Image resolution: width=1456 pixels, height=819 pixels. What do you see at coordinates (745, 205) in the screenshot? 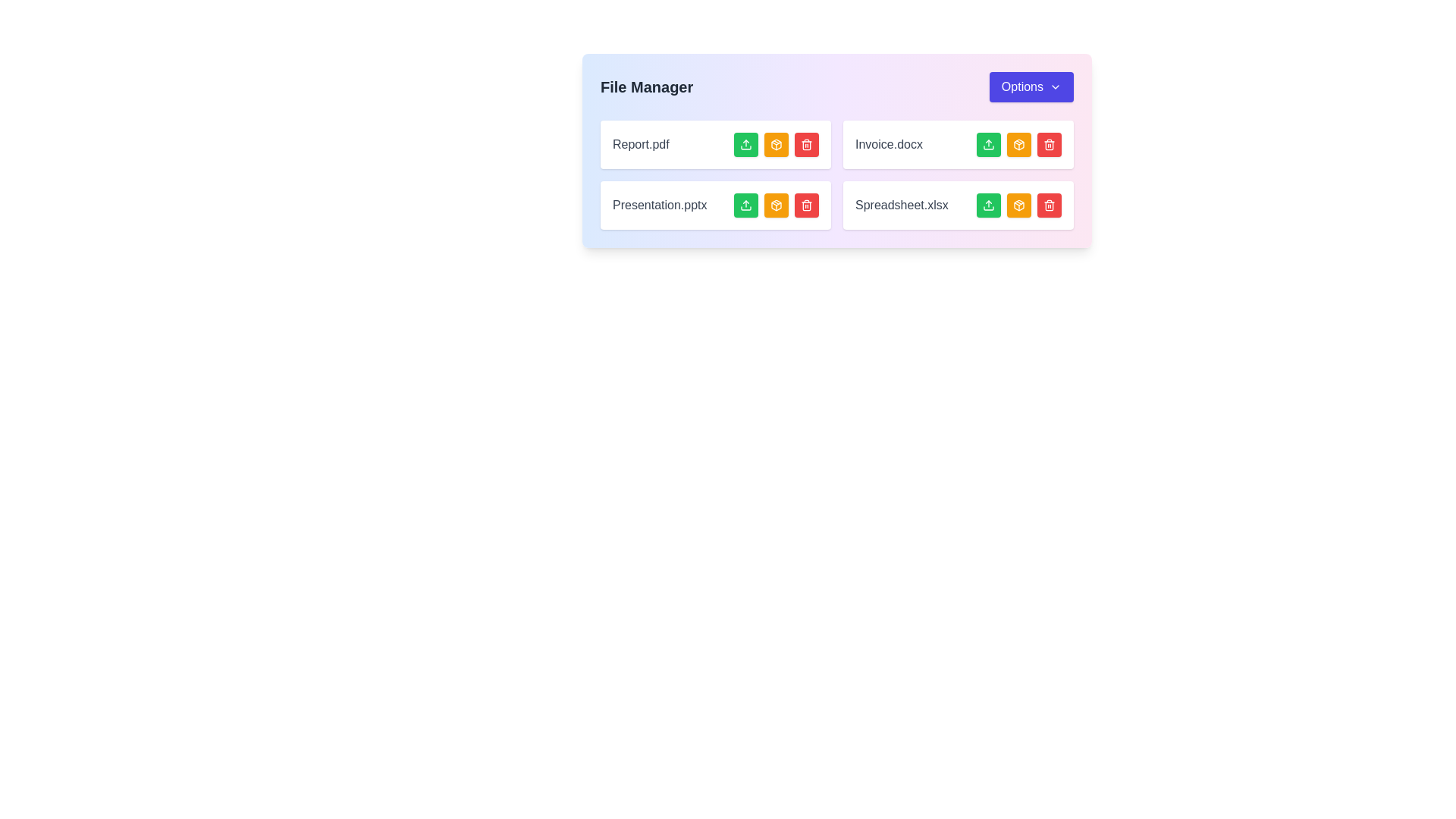
I see `the green upload button located to the right of the file name 'Presentation.pptx' in the second row of the file list` at bounding box center [745, 205].